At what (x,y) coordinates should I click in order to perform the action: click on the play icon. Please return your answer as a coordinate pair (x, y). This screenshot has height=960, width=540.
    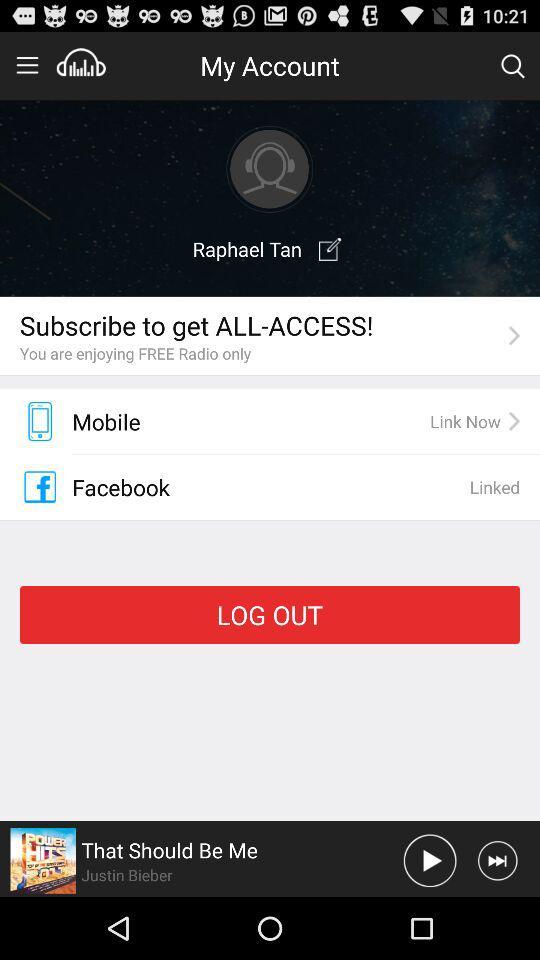
    Looking at the image, I should click on (429, 921).